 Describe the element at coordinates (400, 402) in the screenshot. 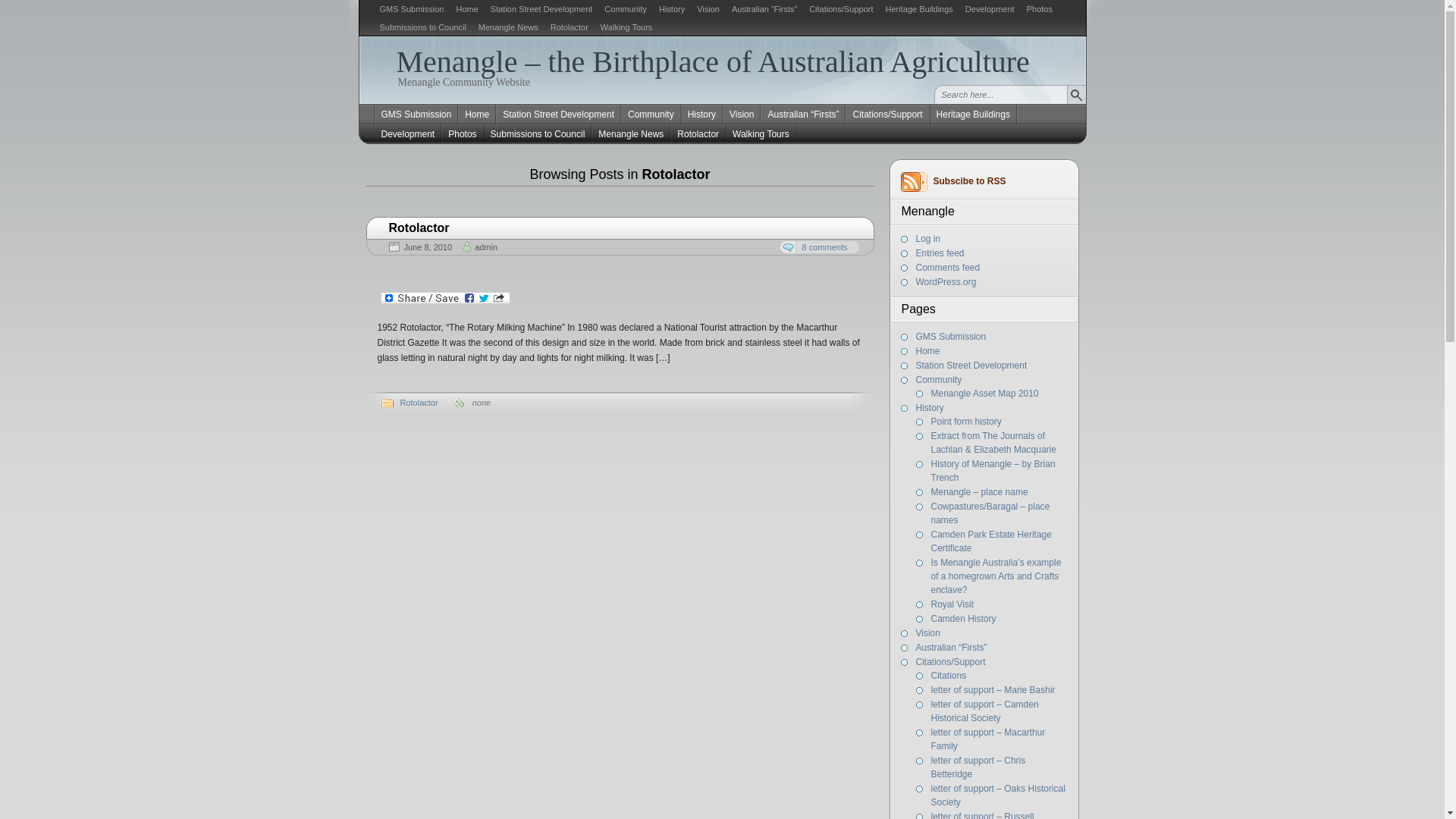

I see `'Rotolactor'` at that location.